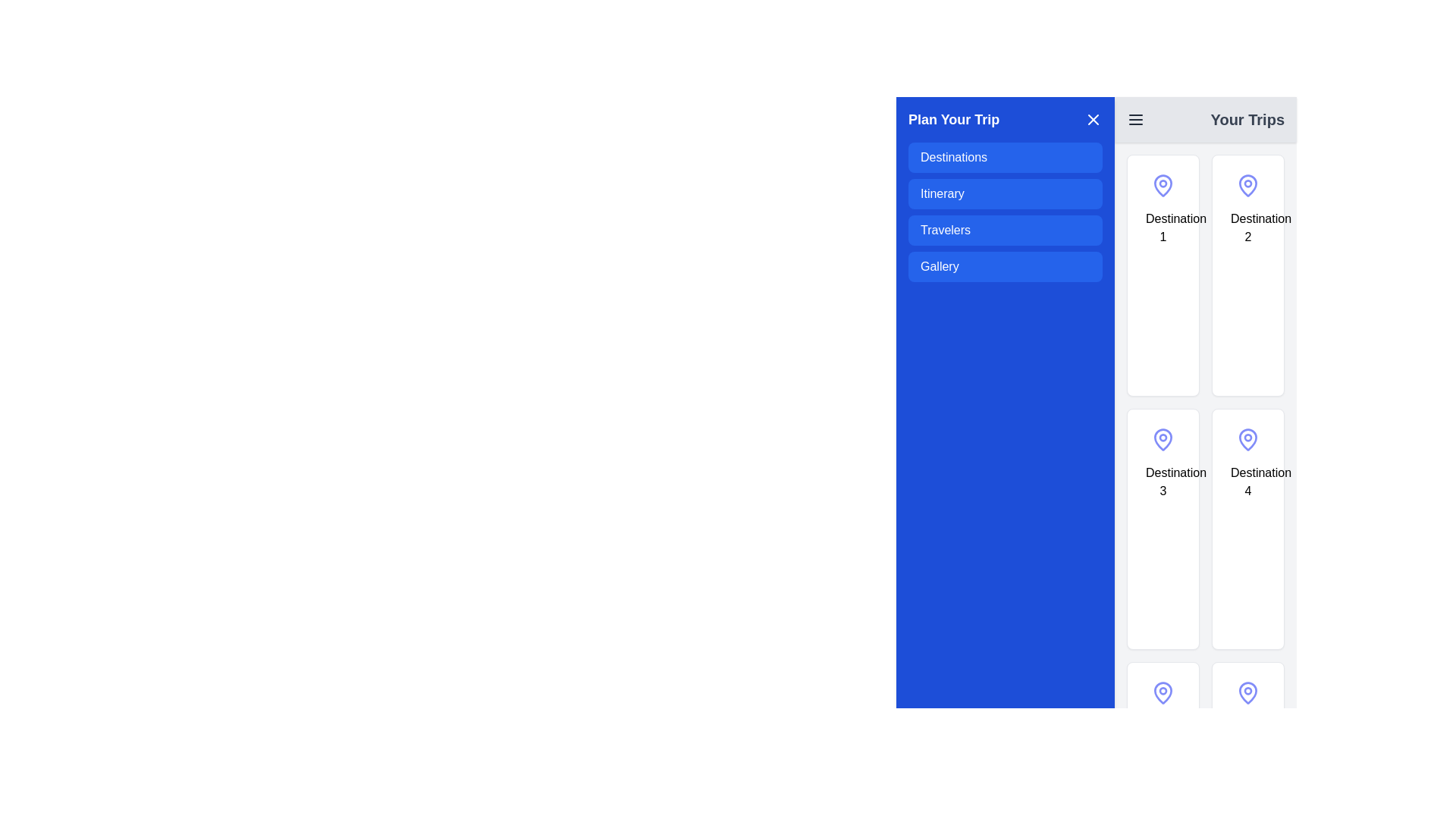 This screenshot has height=819, width=1456. What do you see at coordinates (1163, 227) in the screenshot?
I see `the label element that indicates the name or identifier of the section or card within the interface for accessibility interactions` at bounding box center [1163, 227].